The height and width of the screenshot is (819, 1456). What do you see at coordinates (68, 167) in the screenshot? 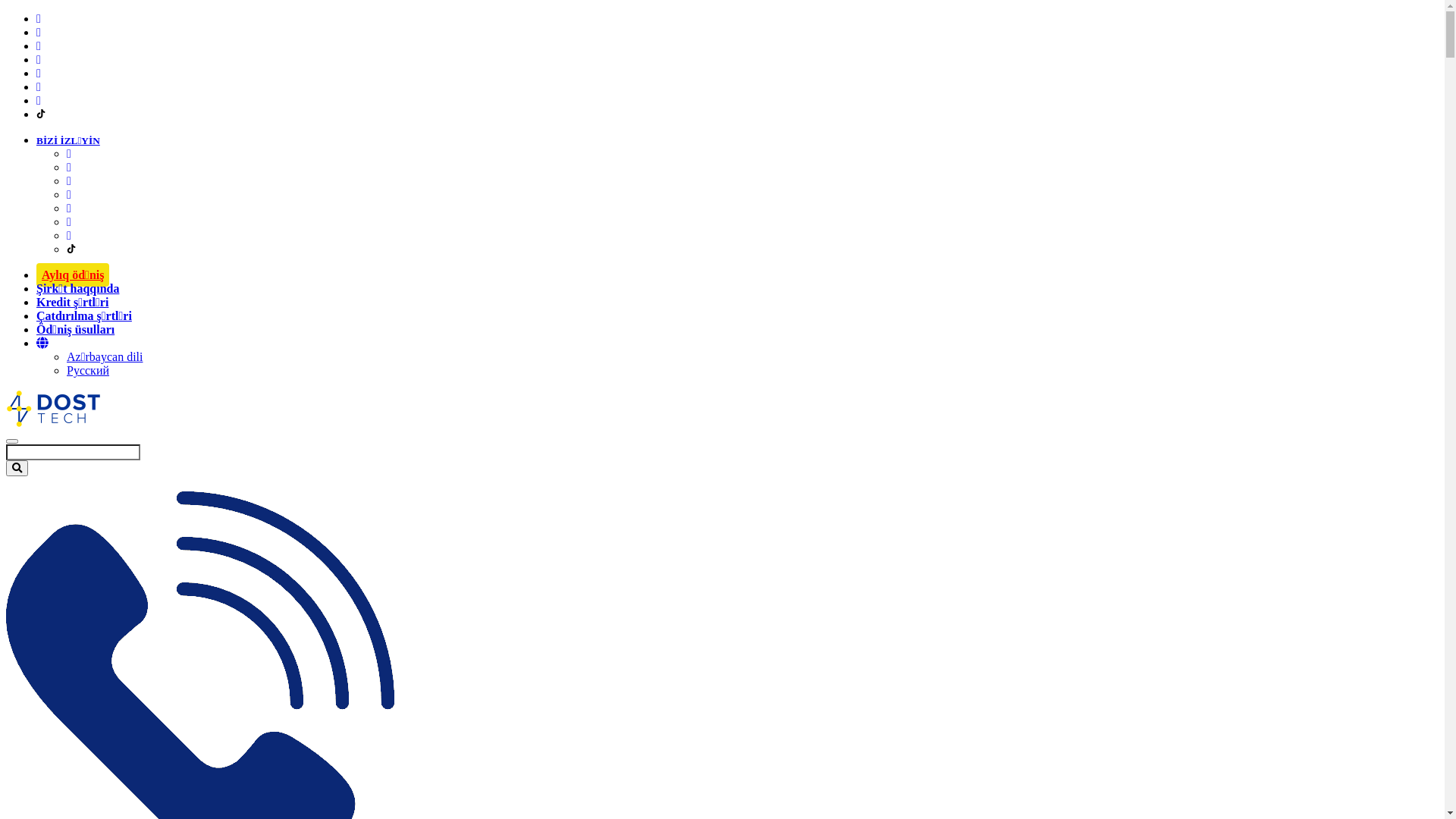
I see `'Instagram'` at bounding box center [68, 167].